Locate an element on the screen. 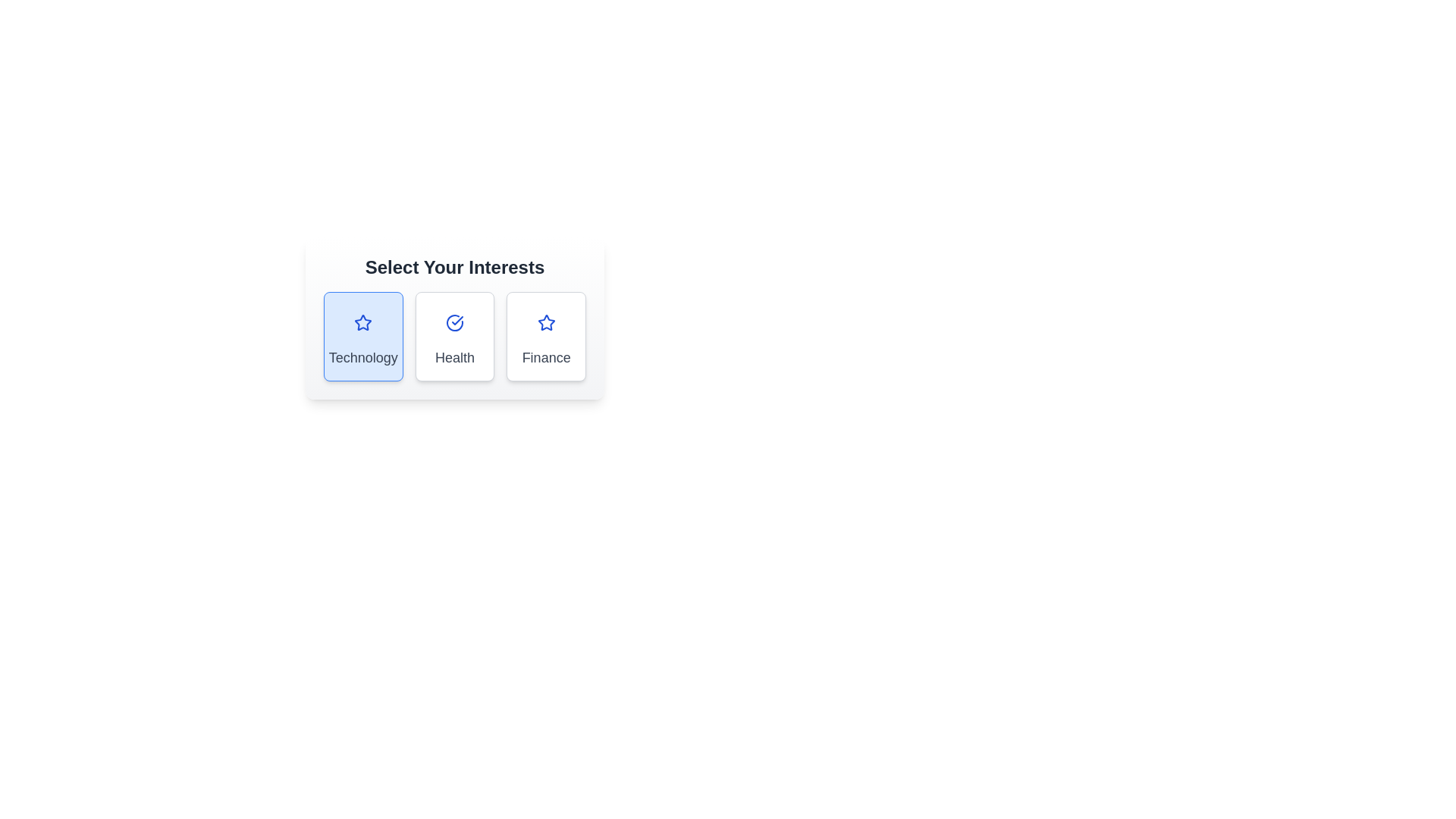  the category Technology is located at coordinates (362, 335).